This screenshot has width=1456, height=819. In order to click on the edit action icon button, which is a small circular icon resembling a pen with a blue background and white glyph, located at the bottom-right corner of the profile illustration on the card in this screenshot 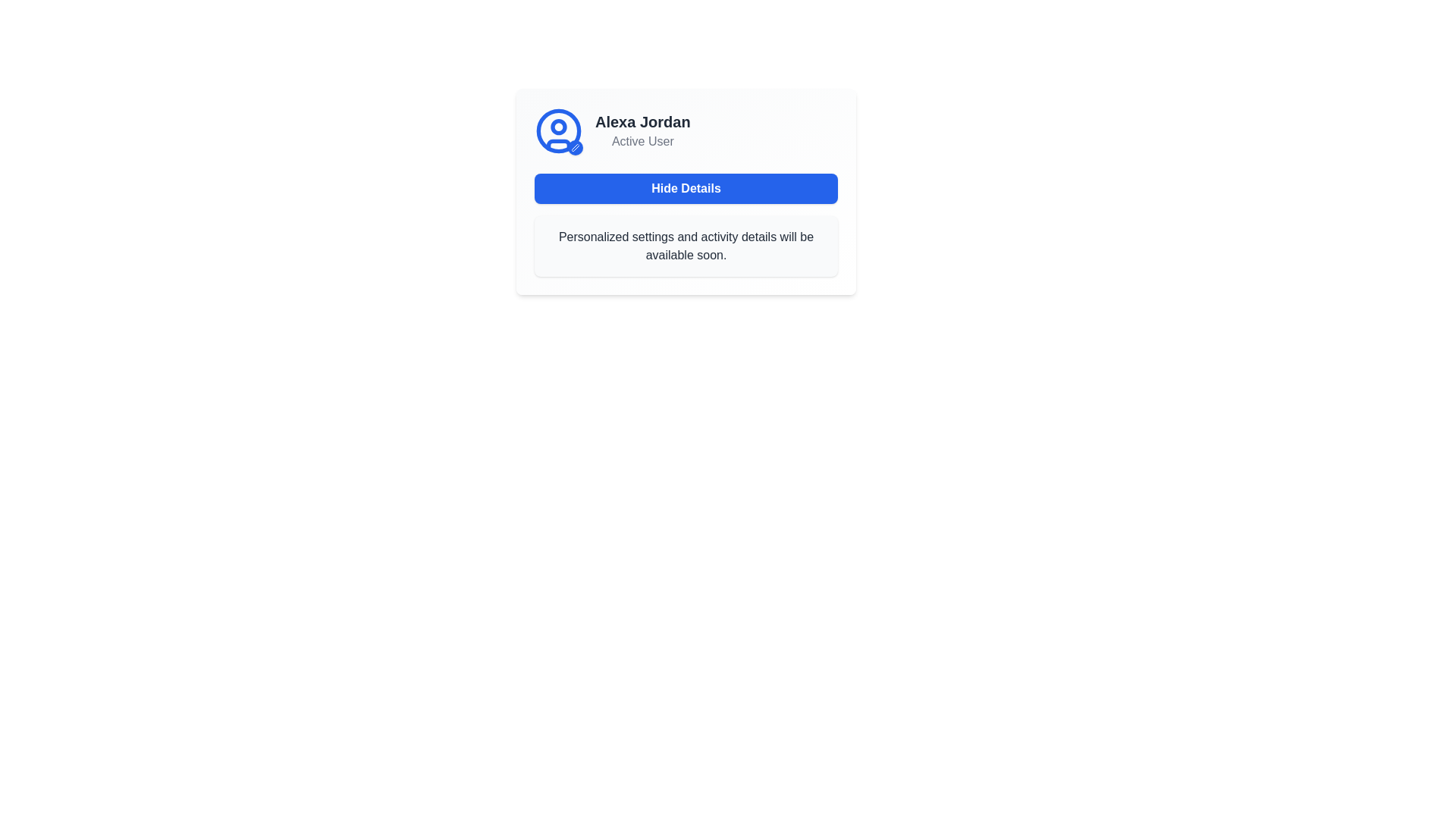, I will do `click(574, 148)`.